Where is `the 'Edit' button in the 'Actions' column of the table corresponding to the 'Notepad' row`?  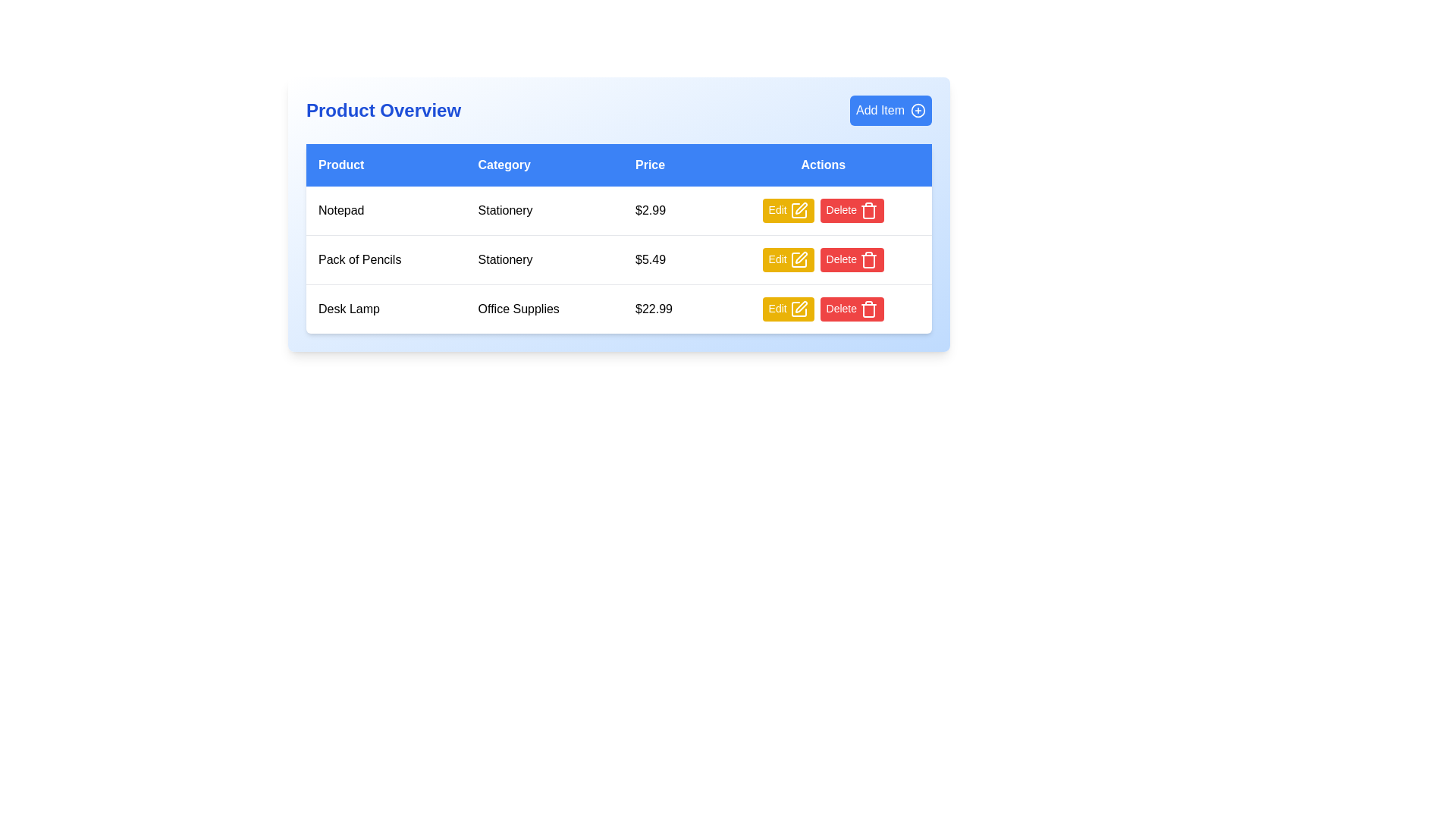
the 'Edit' button in the 'Actions' column of the table corresponding to the 'Notepad' row is located at coordinates (788, 210).